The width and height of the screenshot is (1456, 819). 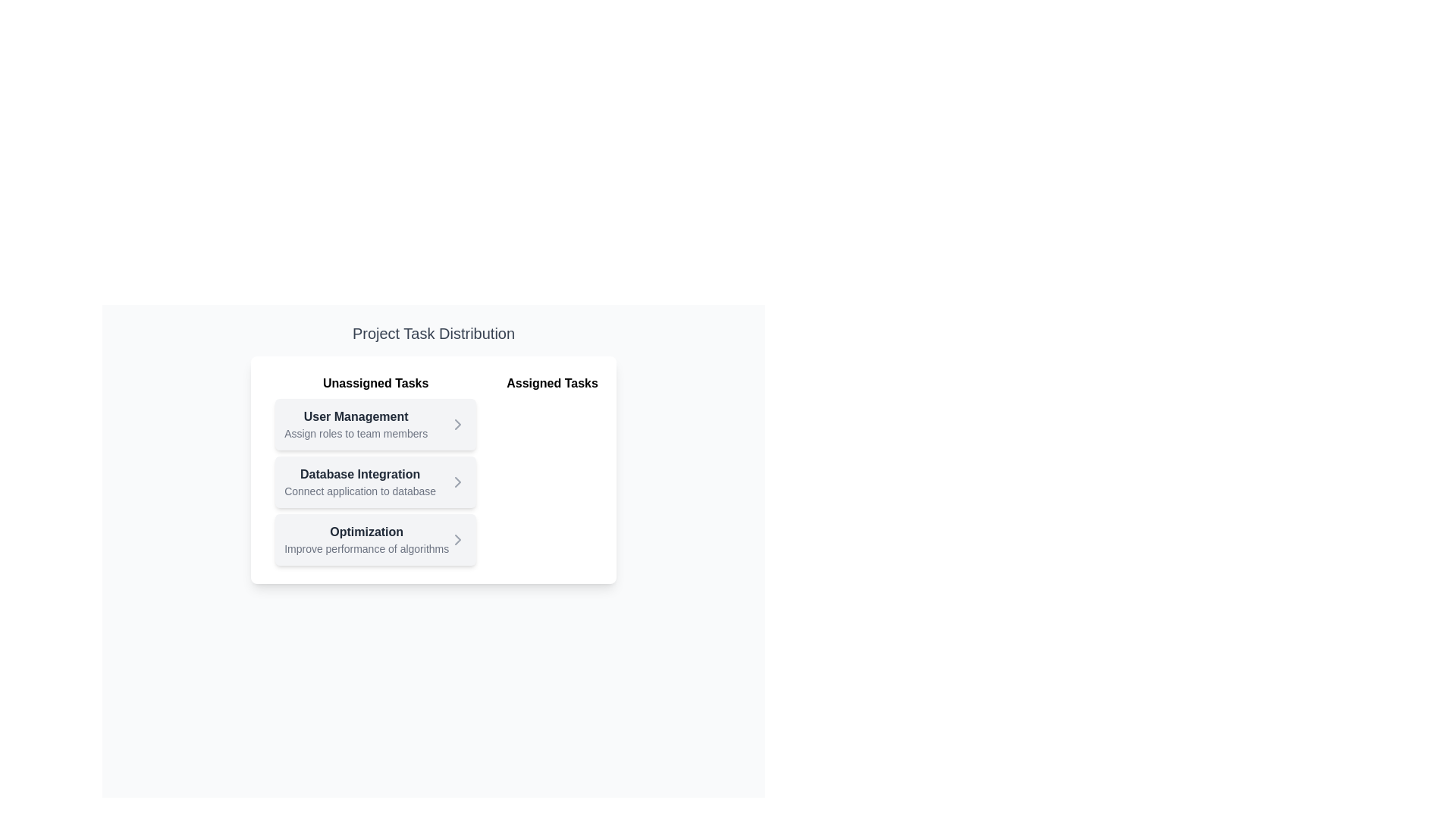 I want to click on arrow button next to the task titled User Management in the Unassigned Tasks list, so click(x=457, y=424).